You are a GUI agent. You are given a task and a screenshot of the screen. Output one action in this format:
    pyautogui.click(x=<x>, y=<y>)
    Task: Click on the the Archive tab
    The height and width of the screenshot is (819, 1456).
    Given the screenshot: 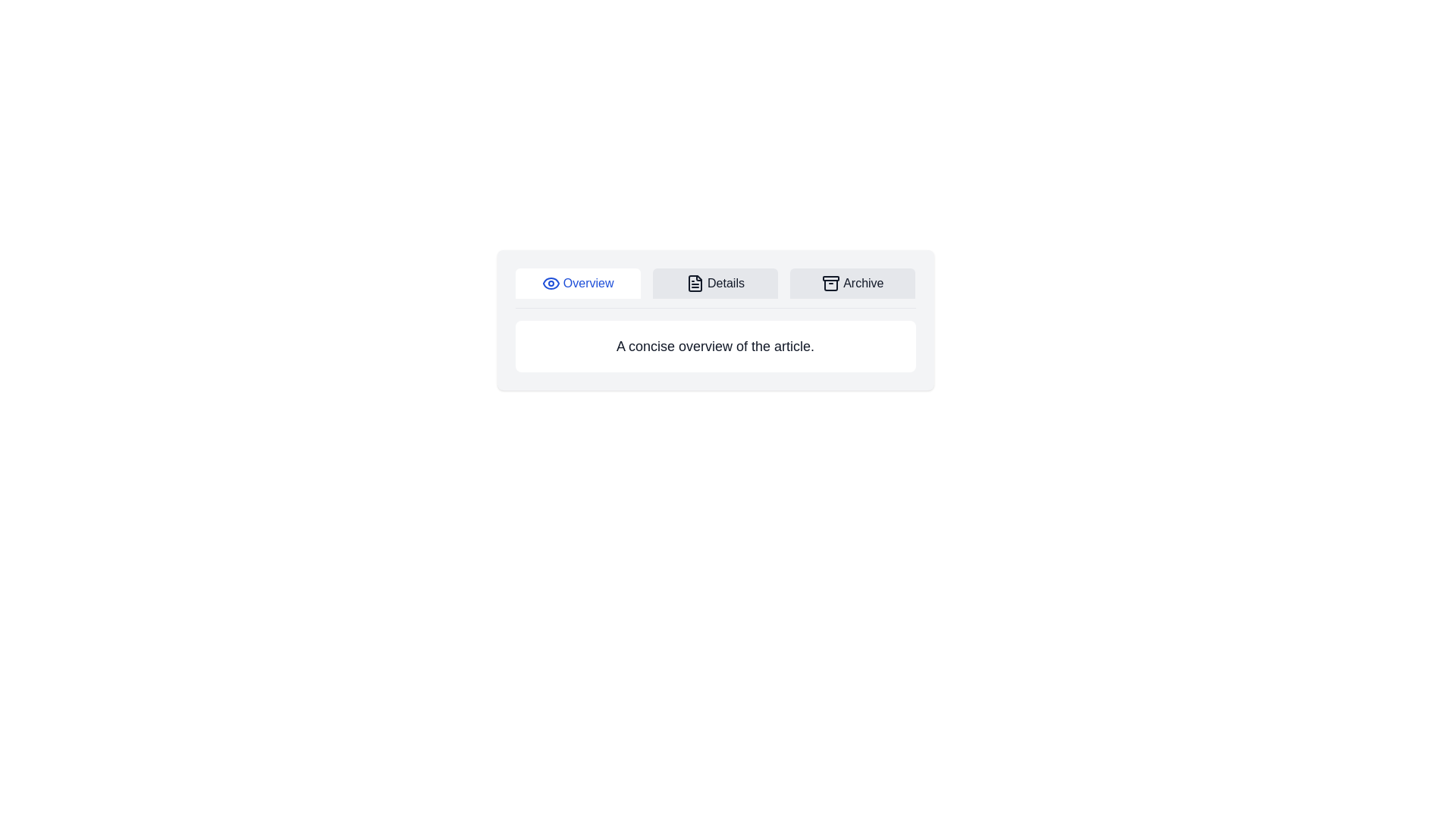 What is the action you would take?
    pyautogui.click(x=852, y=284)
    